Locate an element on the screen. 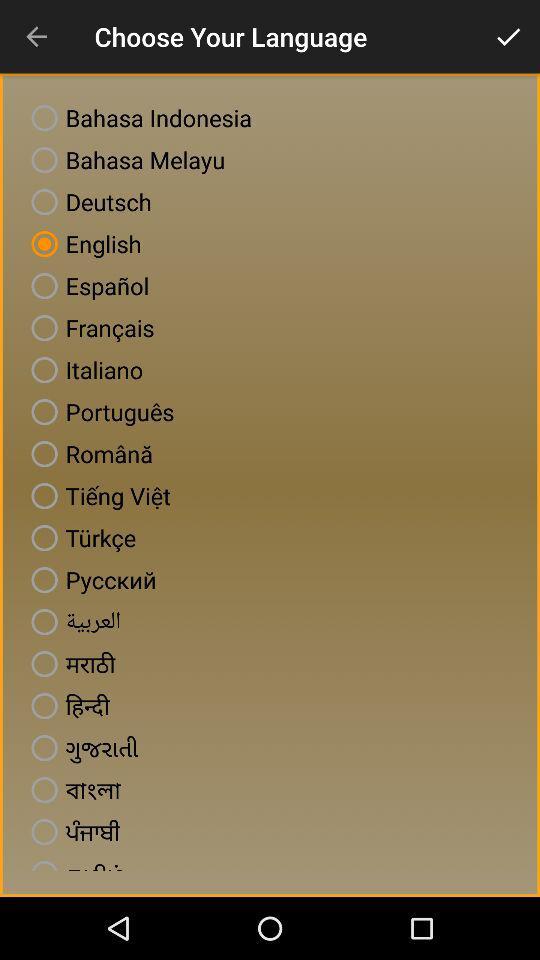 This screenshot has height=960, width=540. item below the bahasa indonesia item is located at coordinates (124, 159).